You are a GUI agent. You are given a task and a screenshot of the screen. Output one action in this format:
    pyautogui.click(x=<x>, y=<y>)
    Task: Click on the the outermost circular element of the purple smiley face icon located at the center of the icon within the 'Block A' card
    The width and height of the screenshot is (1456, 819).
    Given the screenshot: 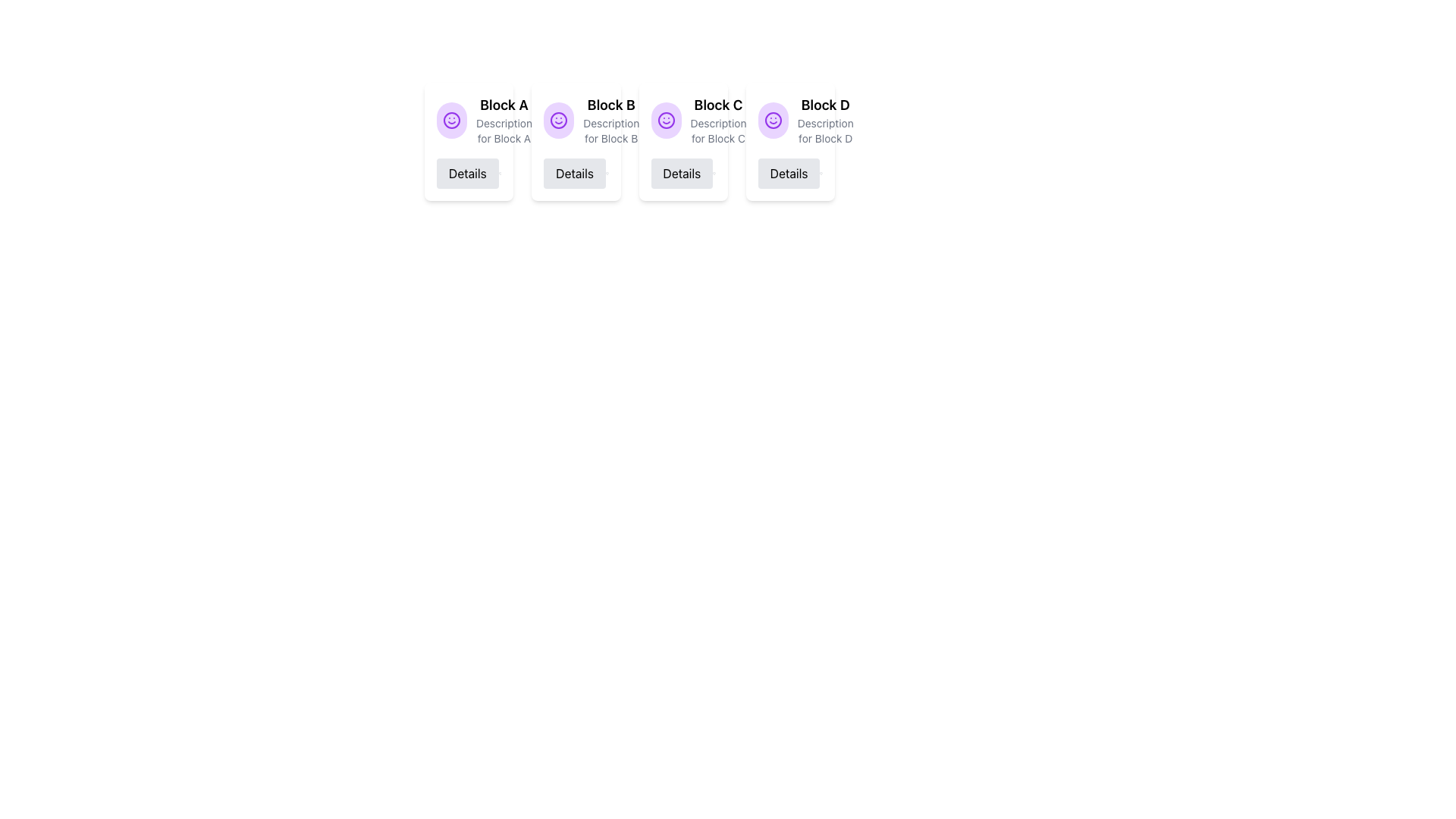 What is the action you would take?
    pyautogui.click(x=773, y=119)
    